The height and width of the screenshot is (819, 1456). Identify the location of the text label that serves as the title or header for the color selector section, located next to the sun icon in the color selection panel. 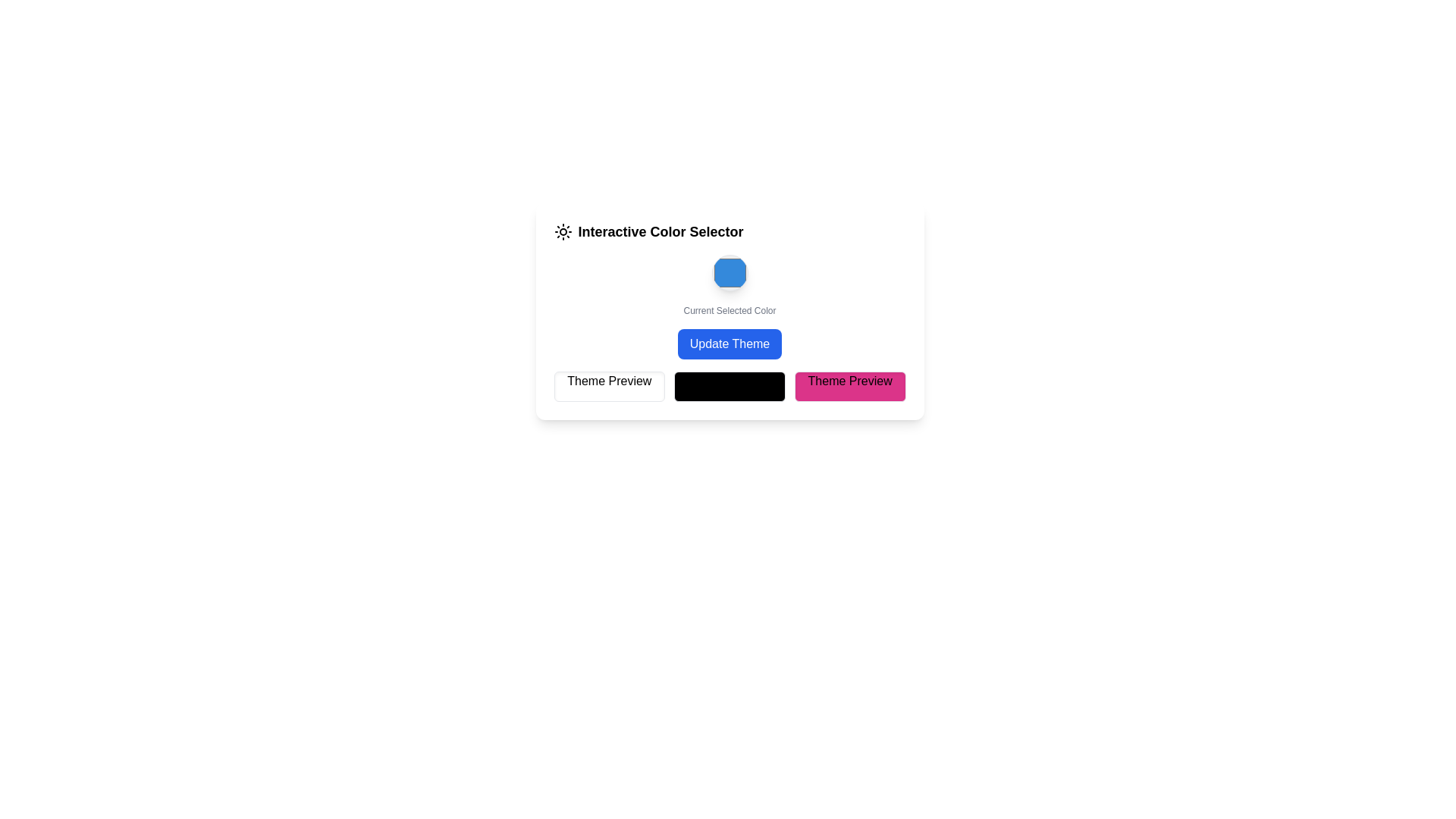
(661, 231).